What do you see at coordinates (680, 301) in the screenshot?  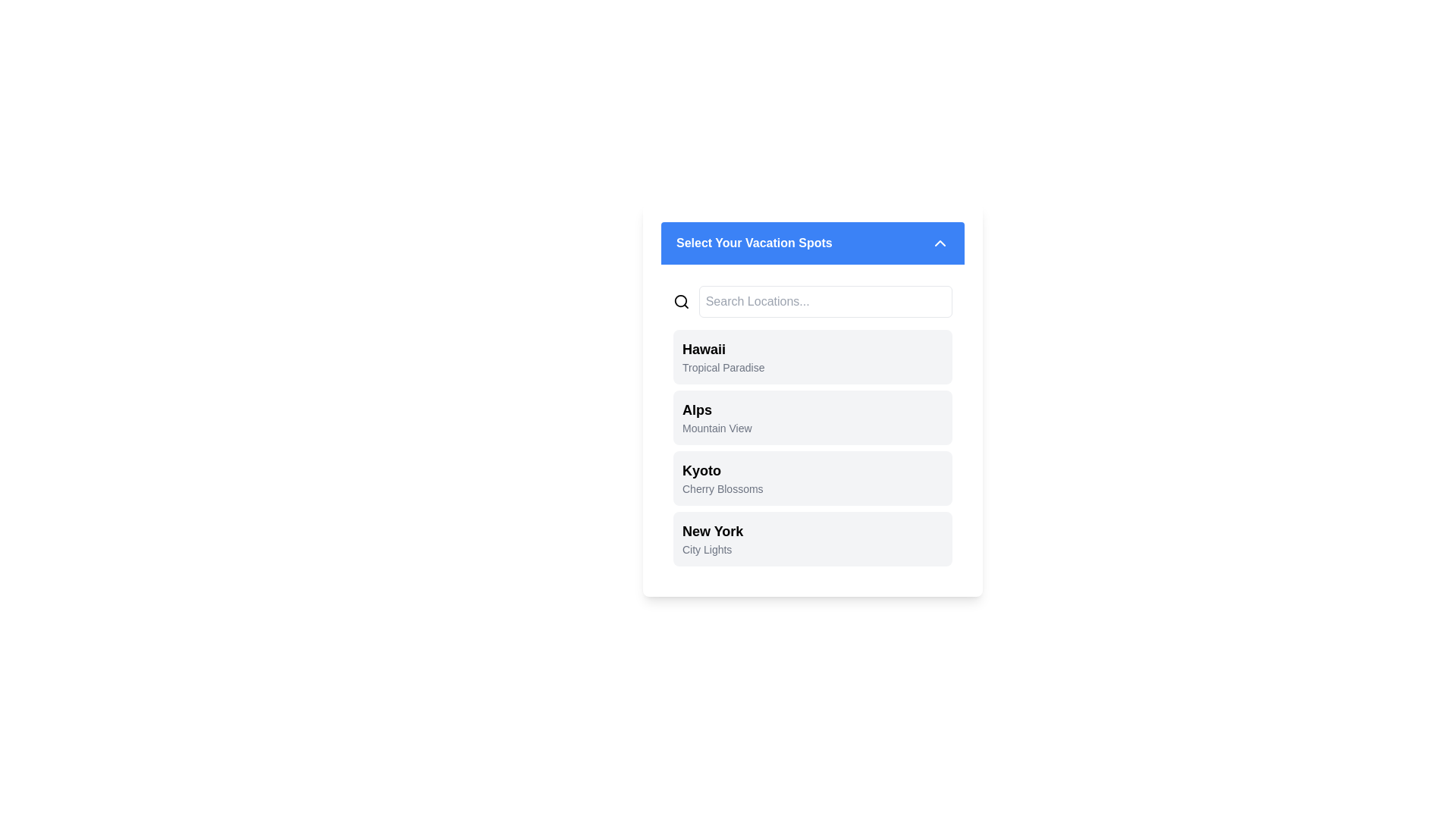 I see `the magnifying glass icon to interact with the search feature, located to the left of the text input field in the search interface` at bounding box center [680, 301].